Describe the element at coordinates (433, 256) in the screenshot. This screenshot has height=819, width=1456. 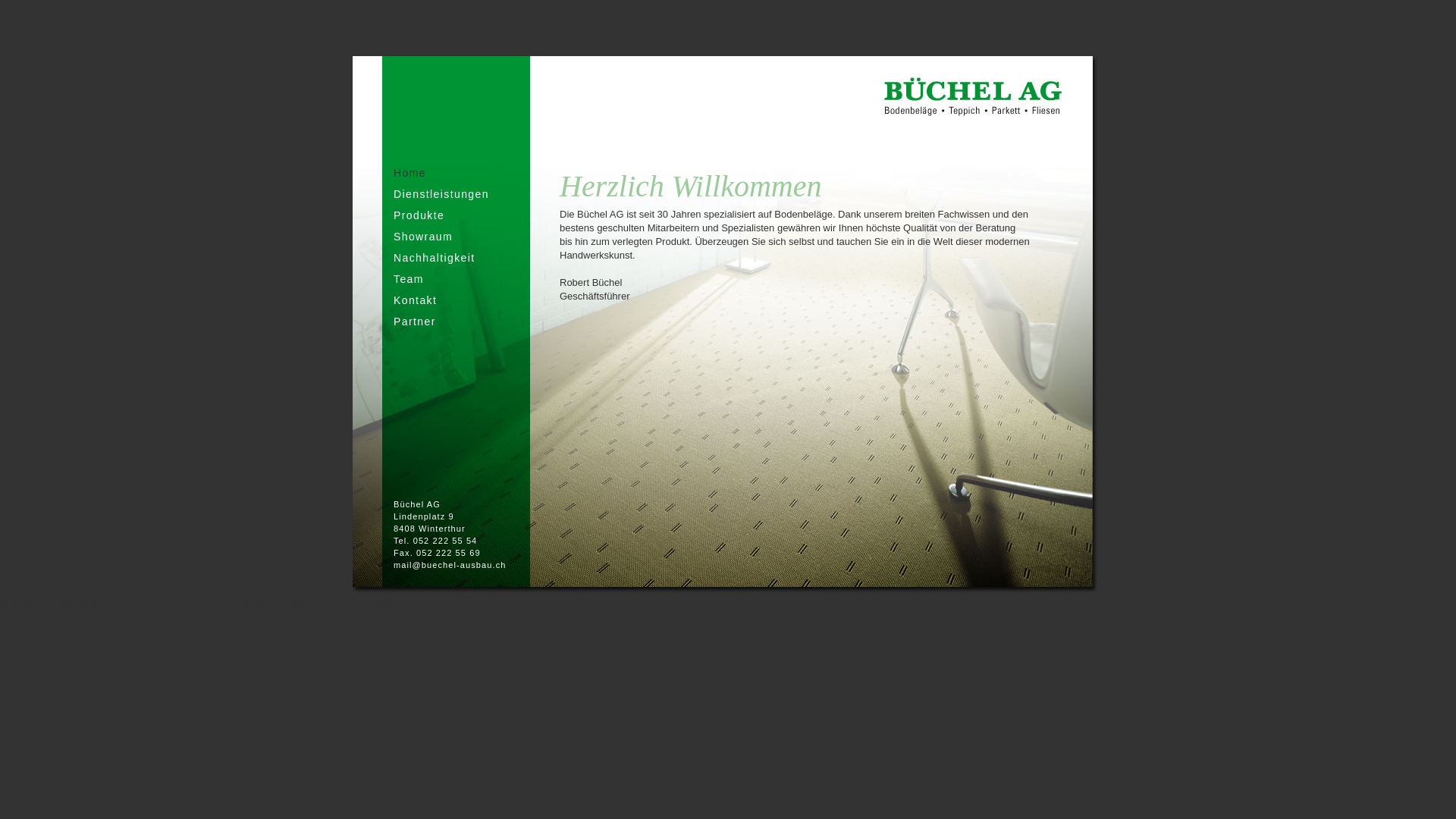
I see `'Nachhaltigkeit'` at that location.